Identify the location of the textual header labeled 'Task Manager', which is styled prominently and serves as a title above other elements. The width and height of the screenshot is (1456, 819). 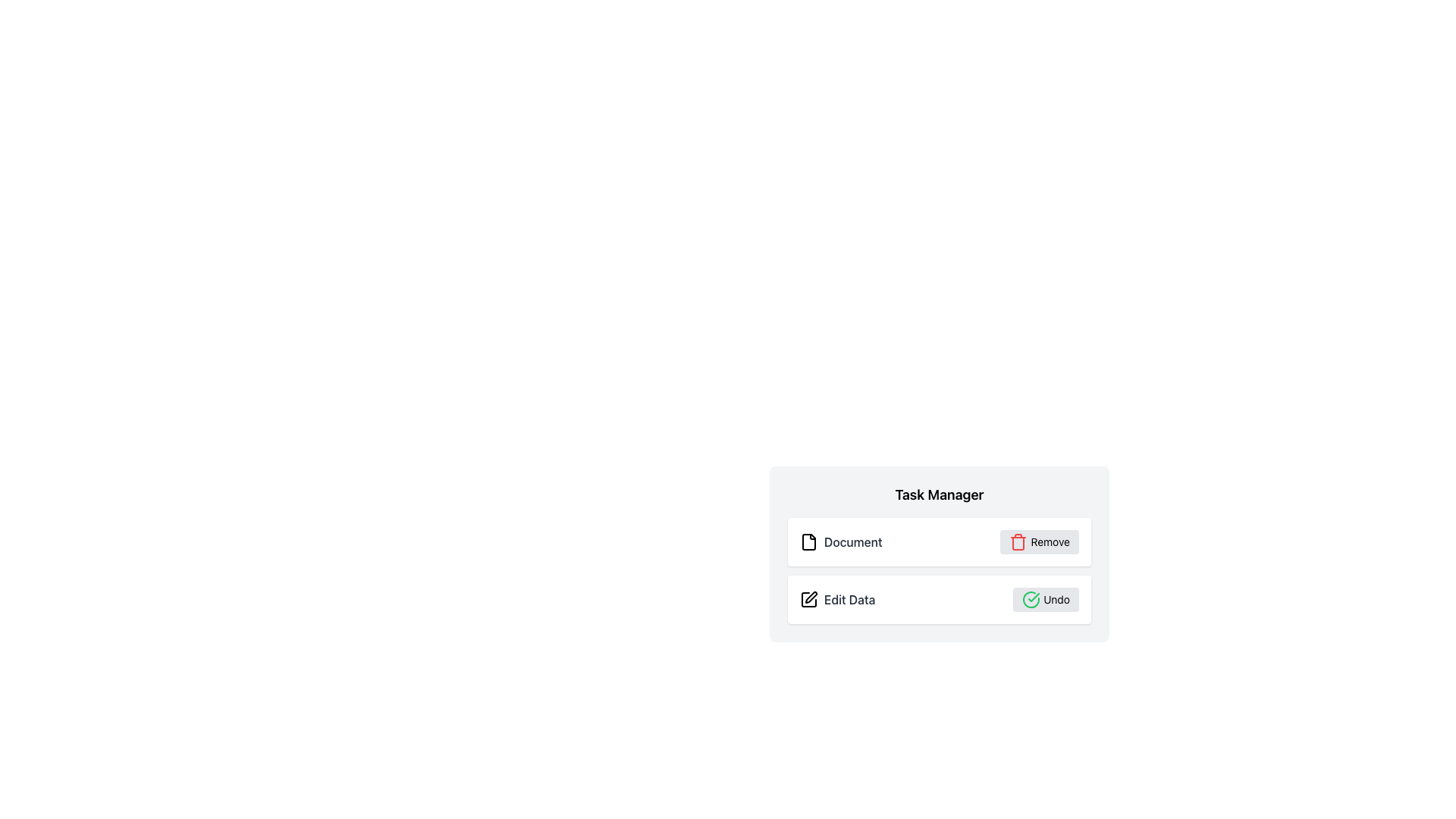
(938, 494).